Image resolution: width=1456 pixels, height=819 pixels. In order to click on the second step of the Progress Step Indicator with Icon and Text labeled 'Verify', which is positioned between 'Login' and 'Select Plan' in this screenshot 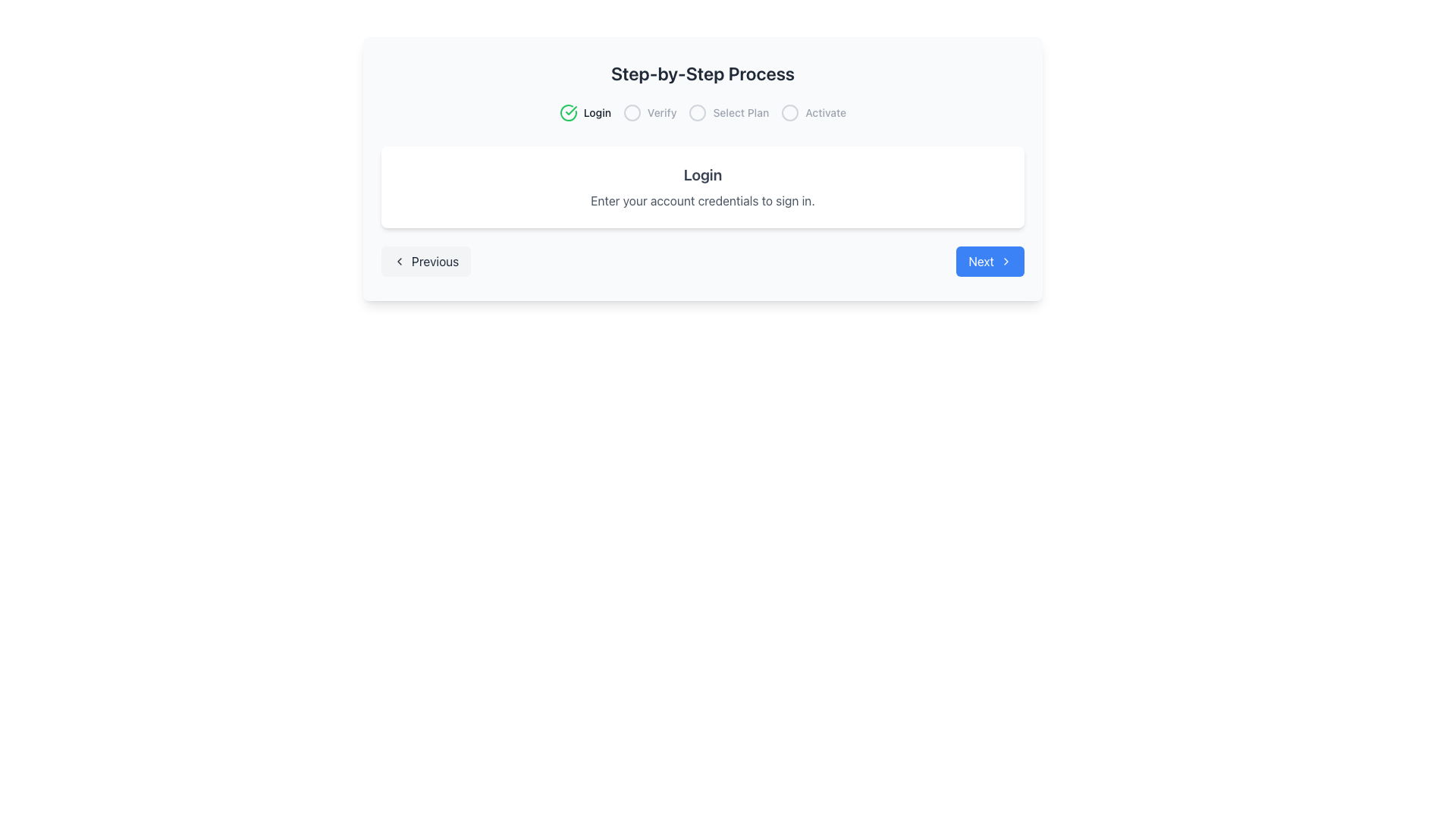, I will do `click(650, 112)`.